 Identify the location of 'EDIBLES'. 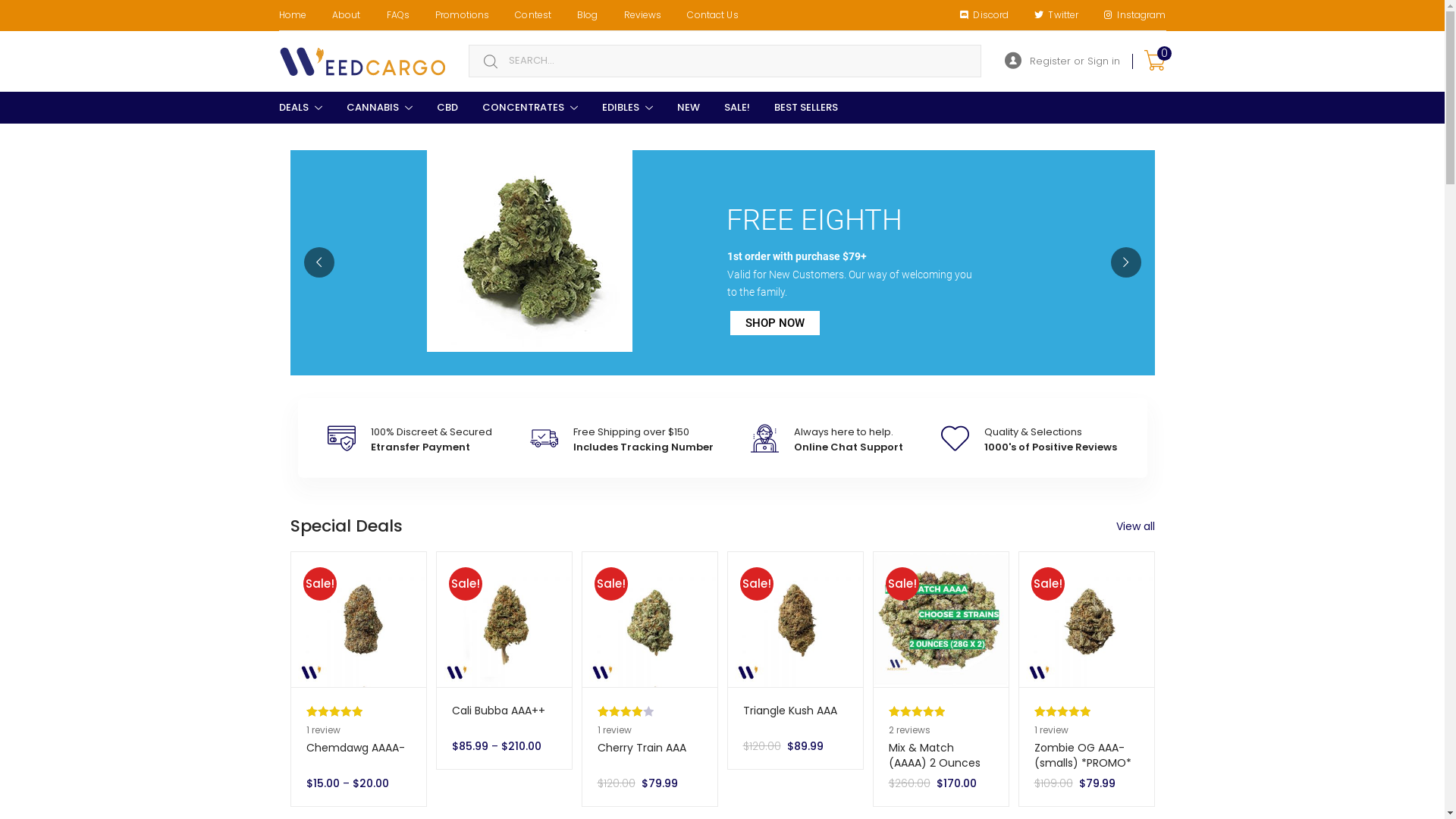
(627, 107).